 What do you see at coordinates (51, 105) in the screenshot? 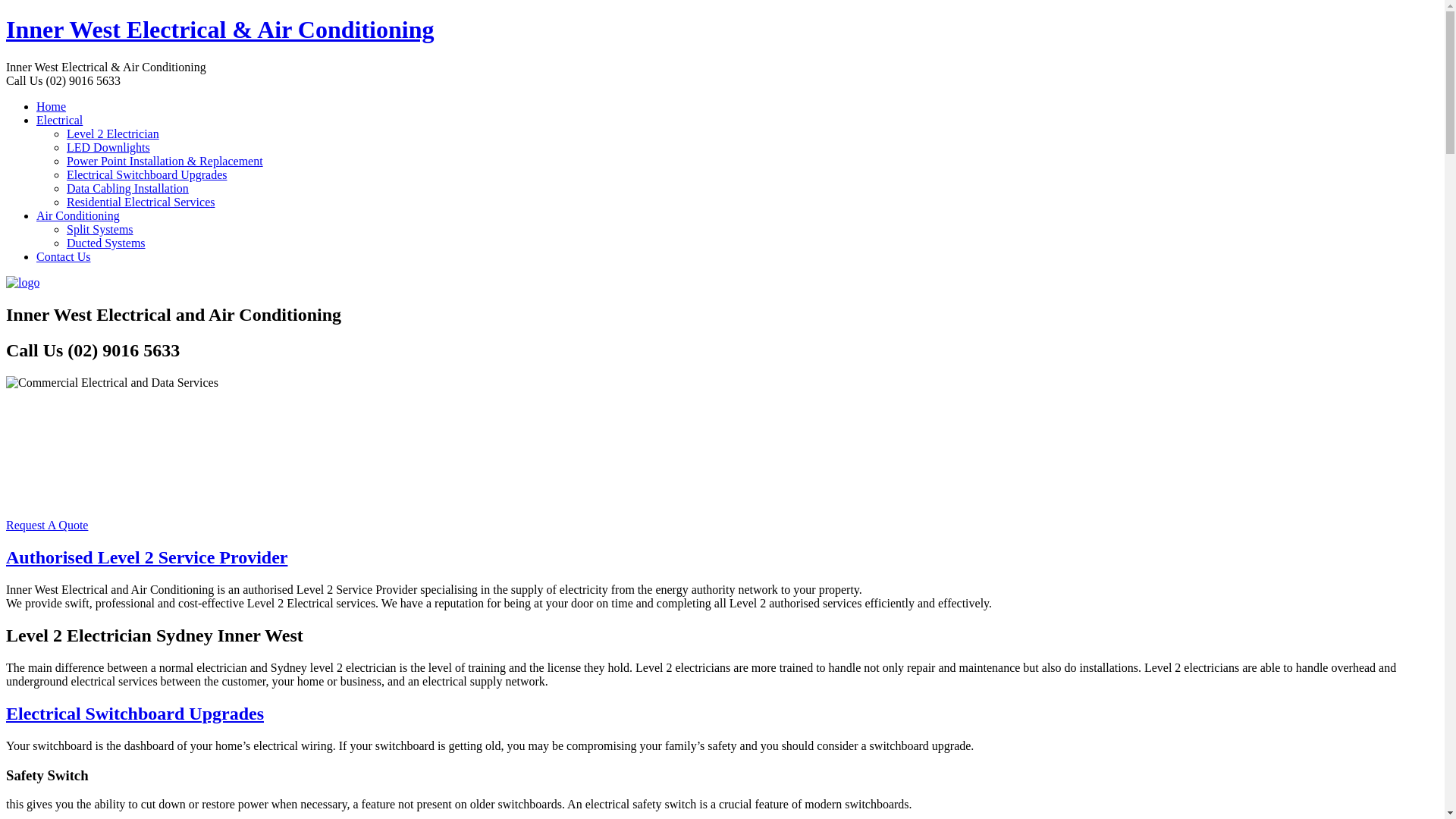
I see `'Home'` at bounding box center [51, 105].